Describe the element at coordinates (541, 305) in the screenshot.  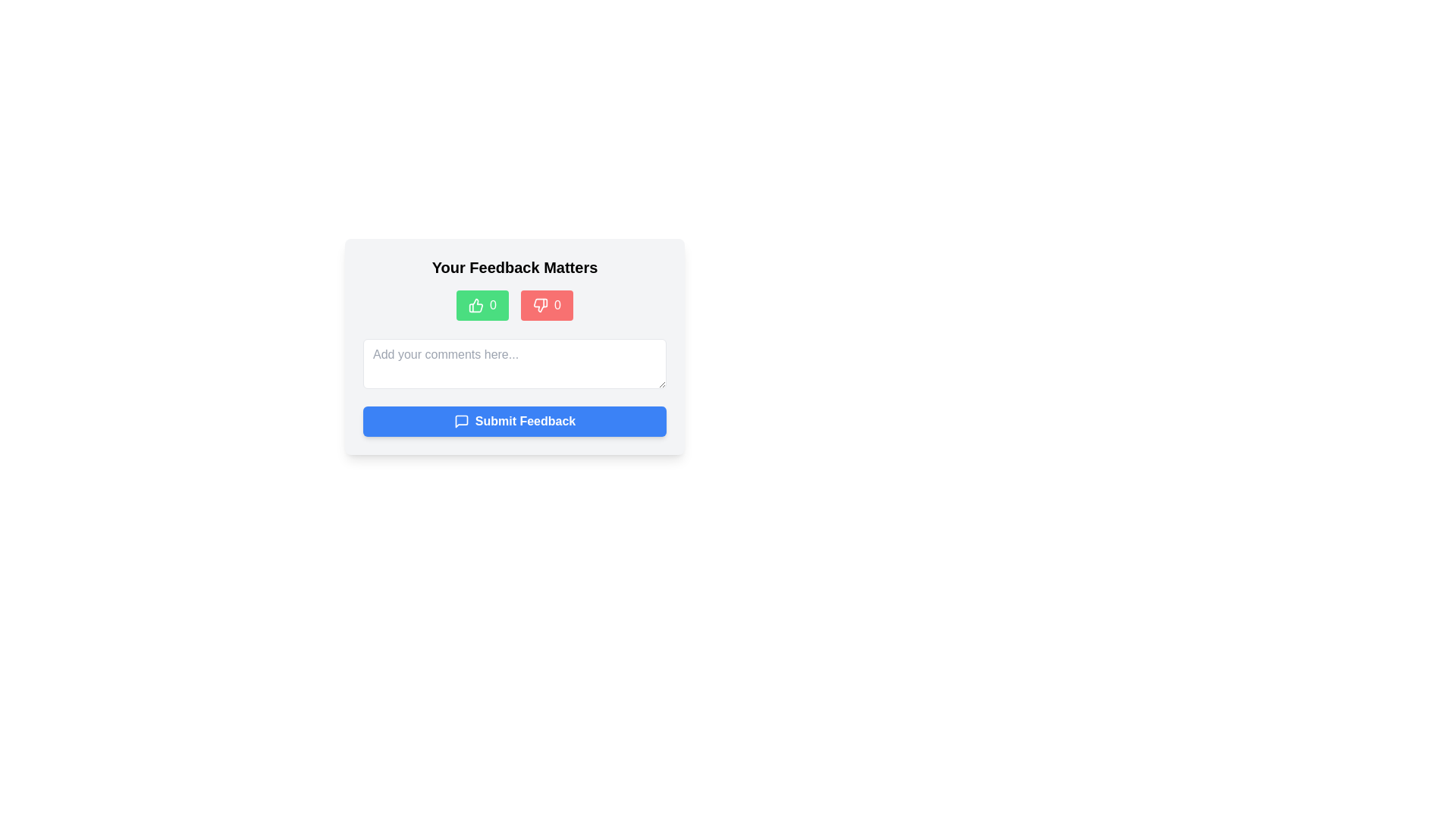
I see `the negative feedback icon located in the red feedback button to register a downvote` at that location.